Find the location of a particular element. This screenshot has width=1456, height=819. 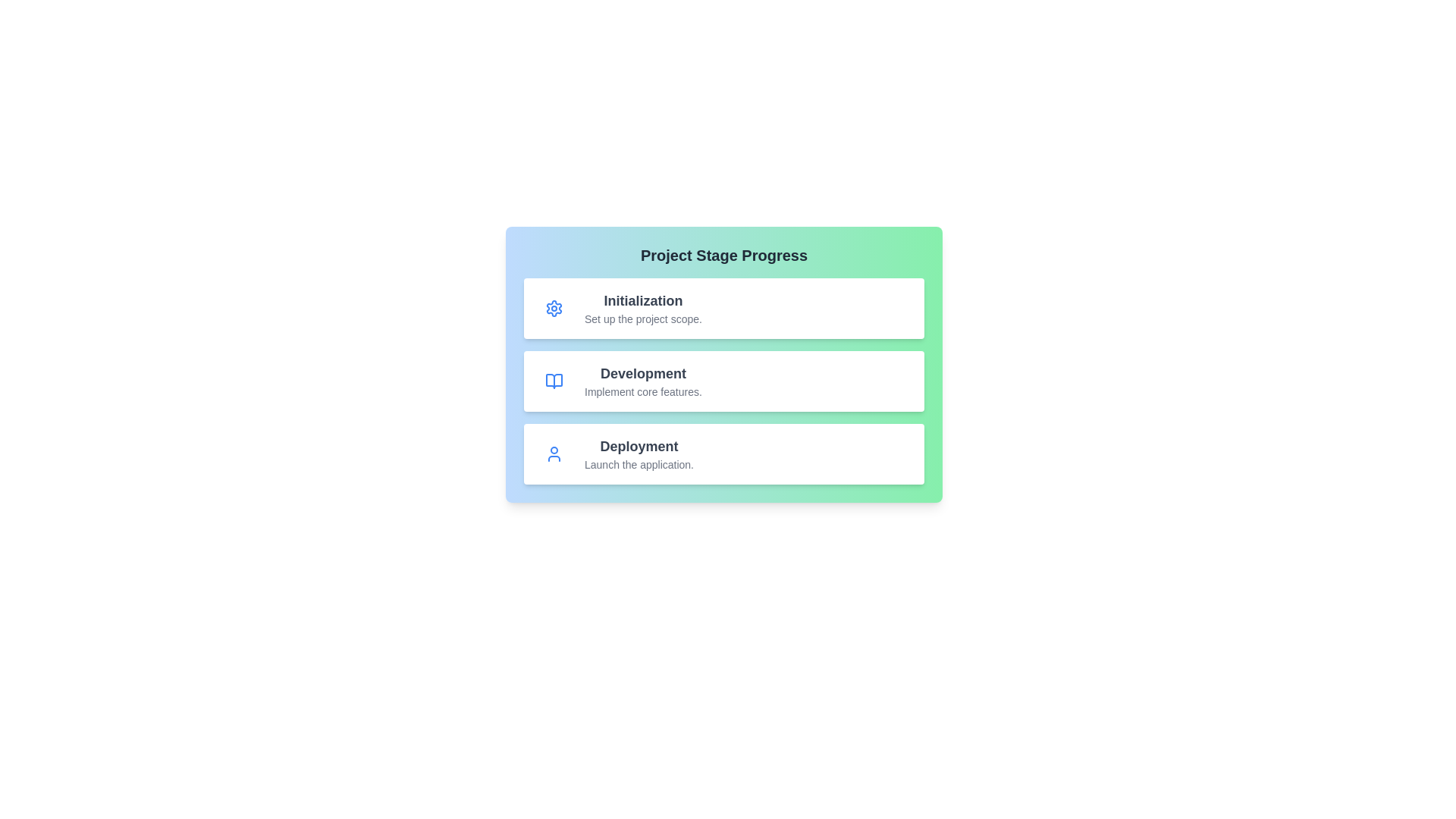

the settings icon representing the 'Initialization' step in the 'Project Stage Progress' section, located in the top-left portion of the row is located at coordinates (553, 308).